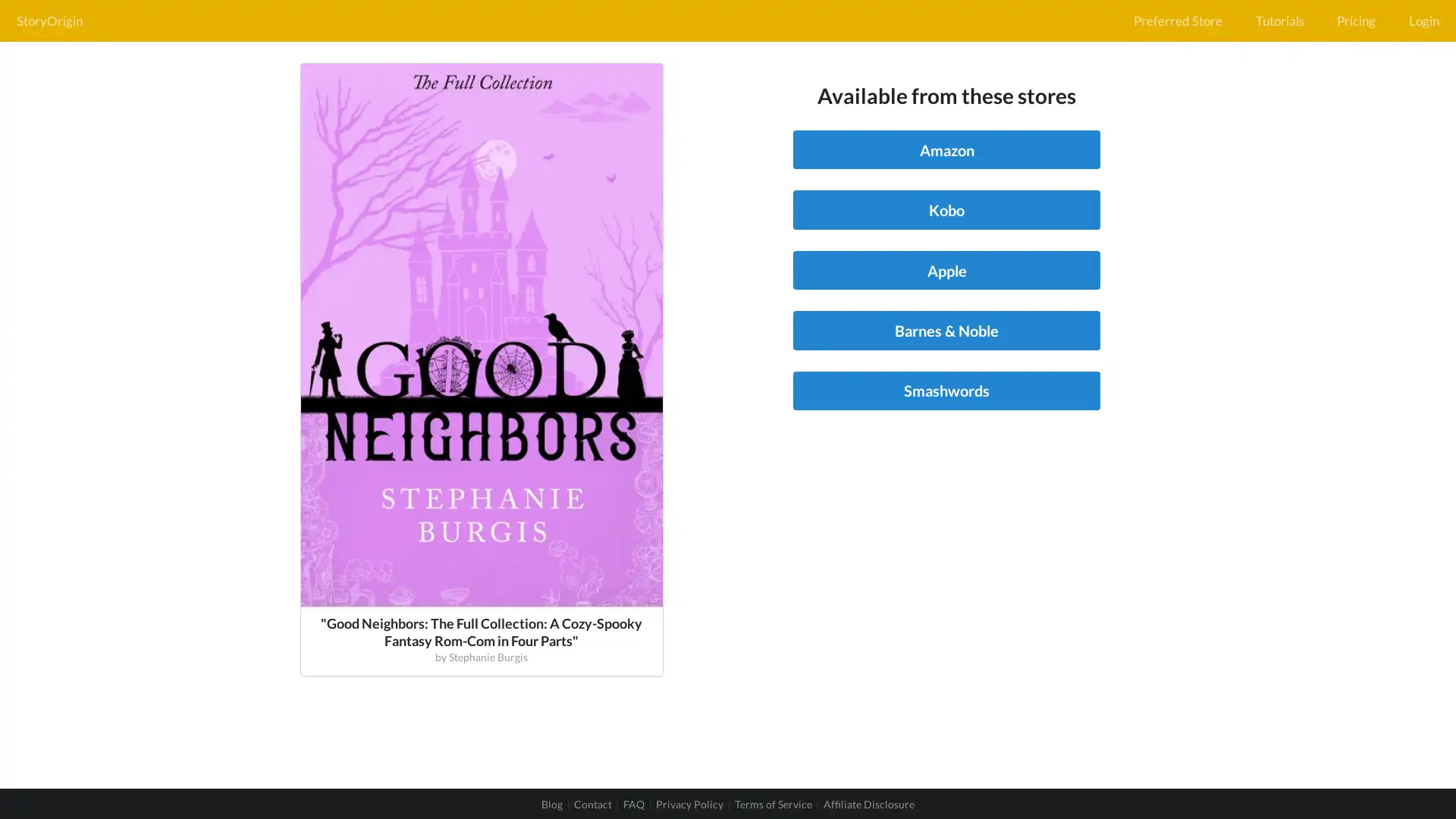 The width and height of the screenshot is (1456, 819). What do you see at coordinates (946, 329) in the screenshot?
I see `Barnes & Noble` at bounding box center [946, 329].